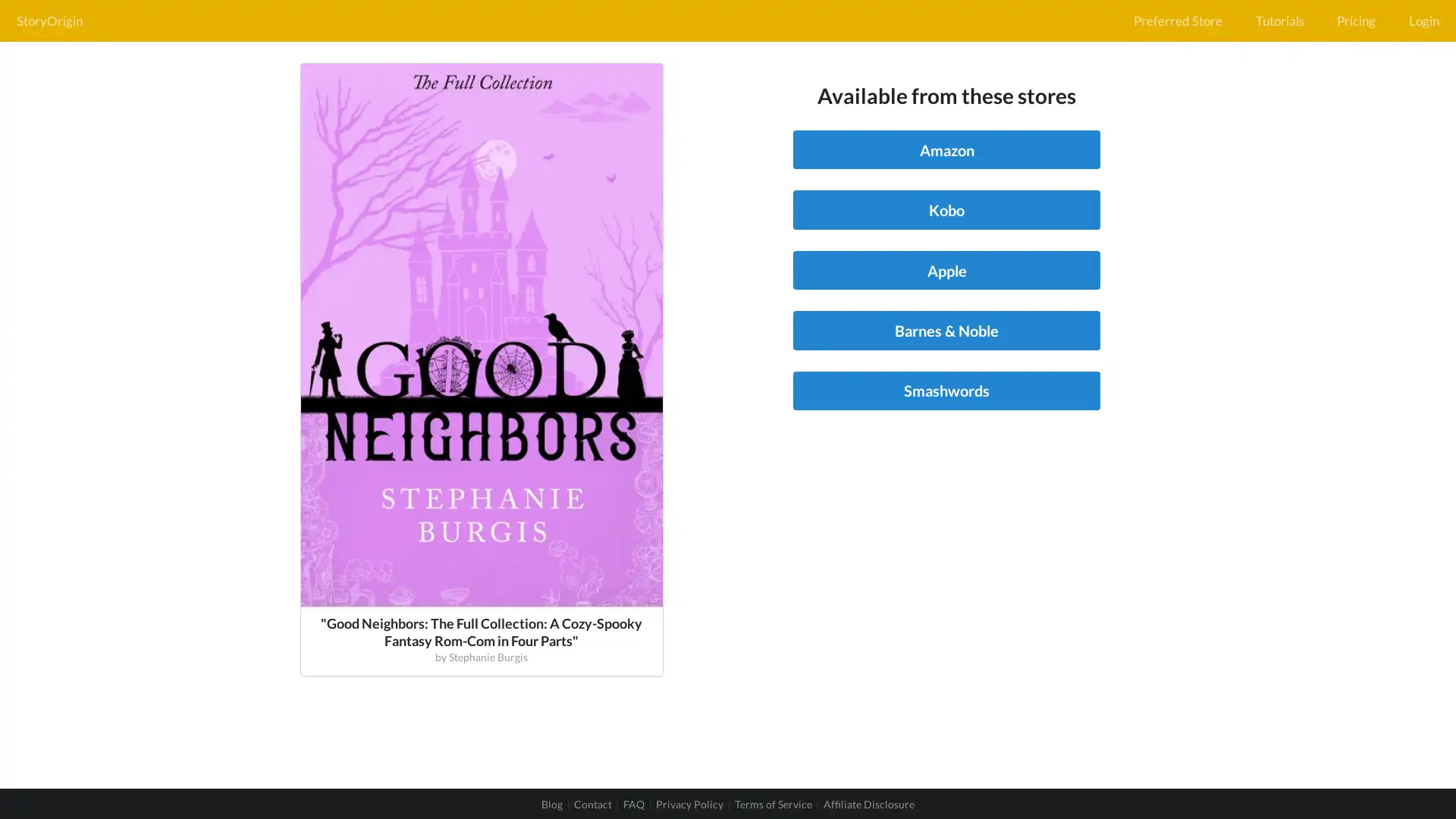 The width and height of the screenshot is (1456, 819). What do you see at coordinates (946, 329) in the screenshot?
I see `Barnes & Noble` at bounding box center [946, 329].